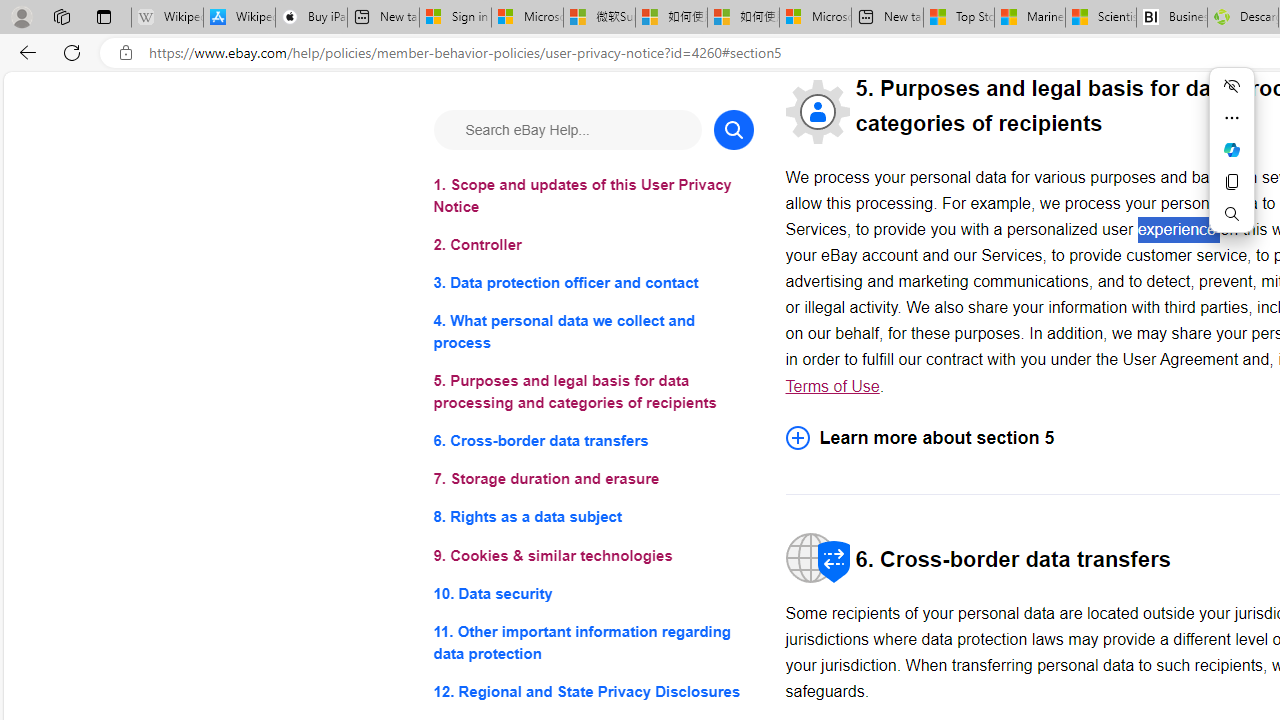 The height and width of the screenshot is (720, 1280). What do you see at coordinates (592, 479) in the screenshot?
I see `'7. Storage duration and erasure'` at bounding box center [592, 479].